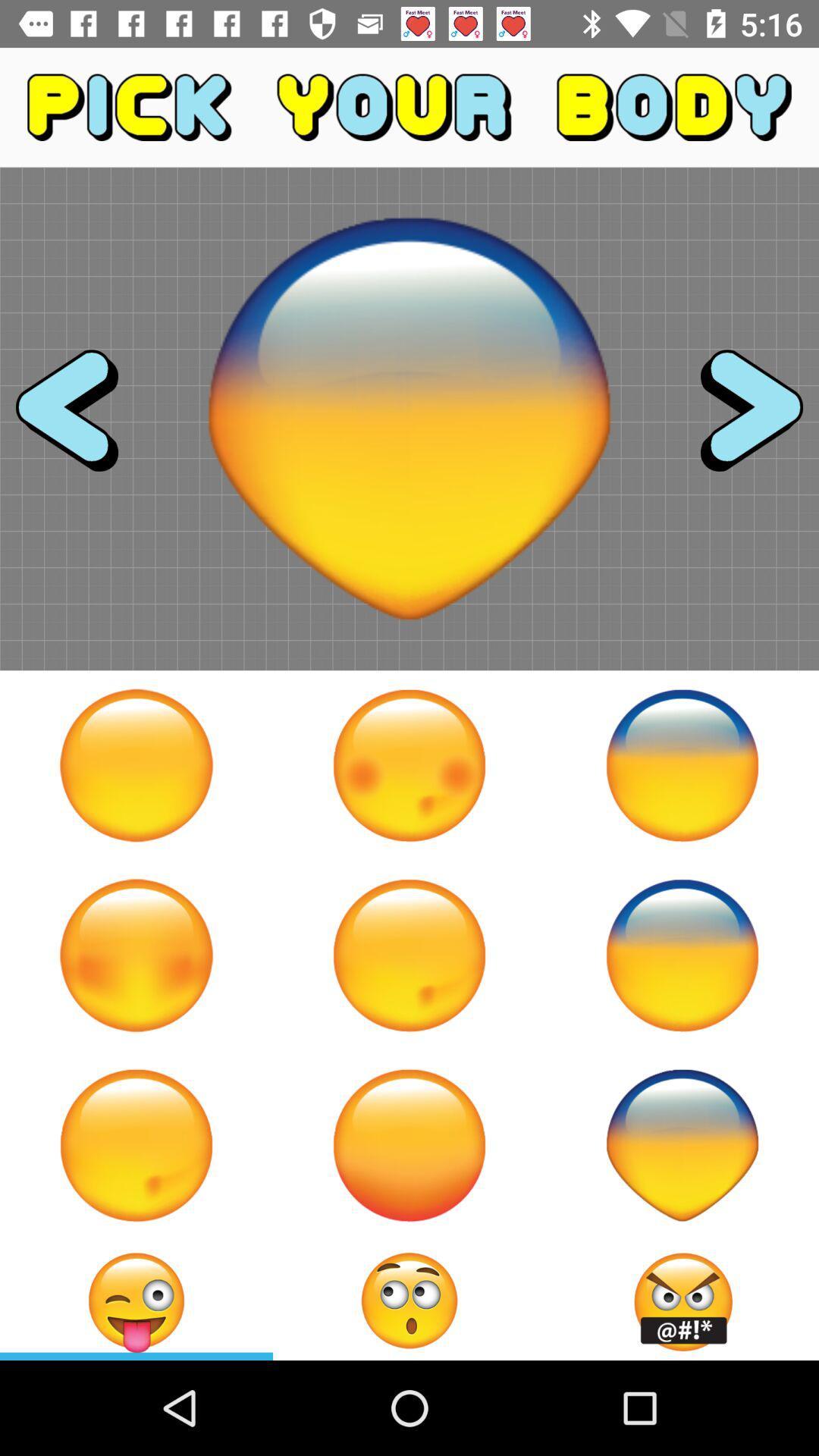 The width and height of the screenshot is (819, 1456). What do you see at coordinates (409, 765) in the screenshot?
I see `face with round blush` at bounding box center [409, 765].